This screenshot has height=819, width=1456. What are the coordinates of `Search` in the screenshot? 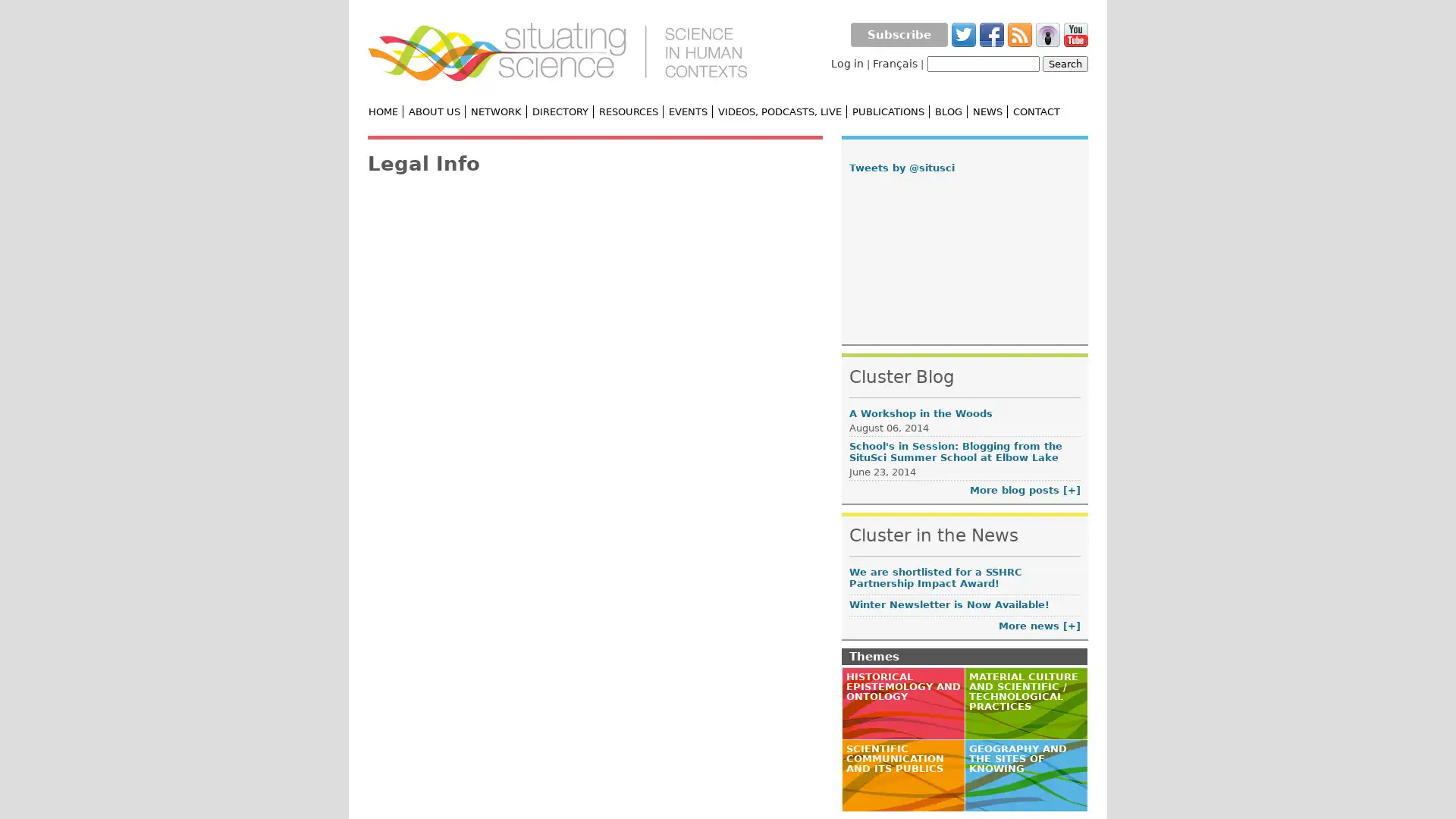 It's located at (1065, 63).